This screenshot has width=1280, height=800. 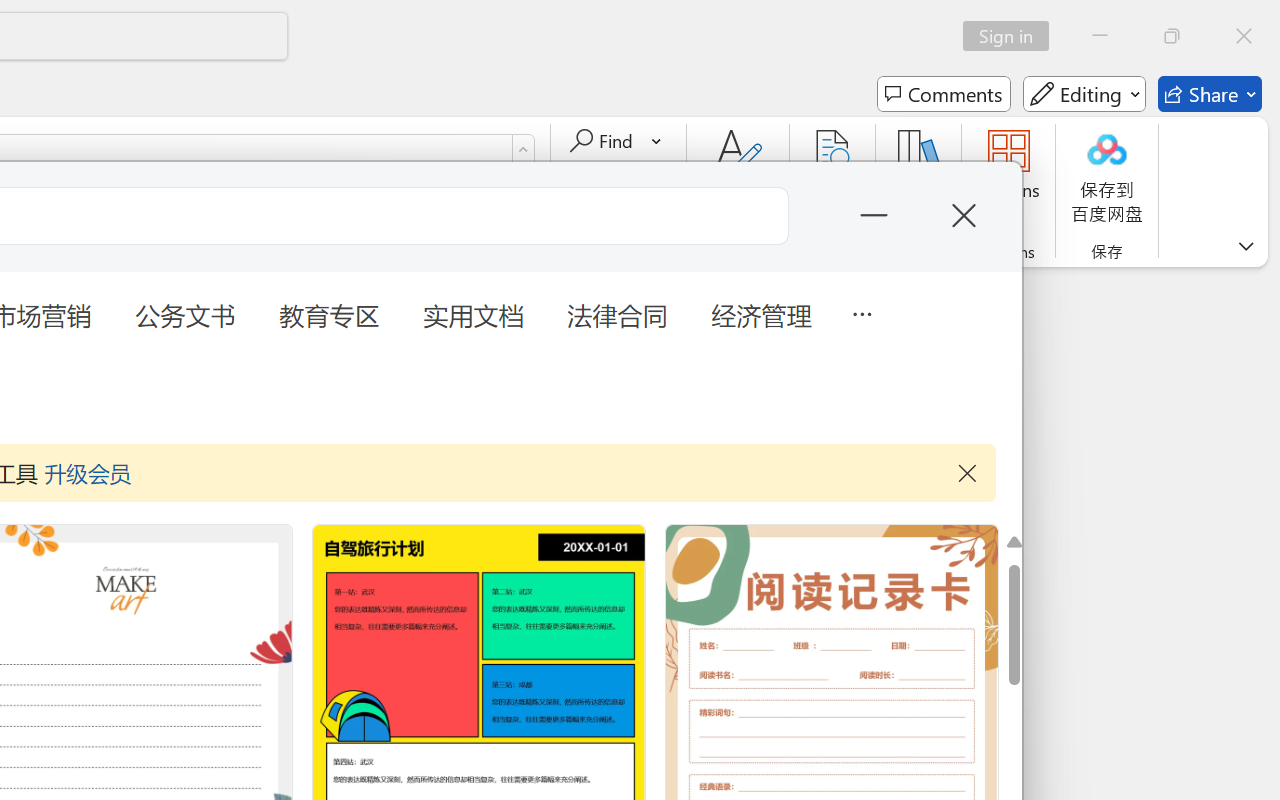 I want to click on '5 more tabs', so click(x=861, y=311).